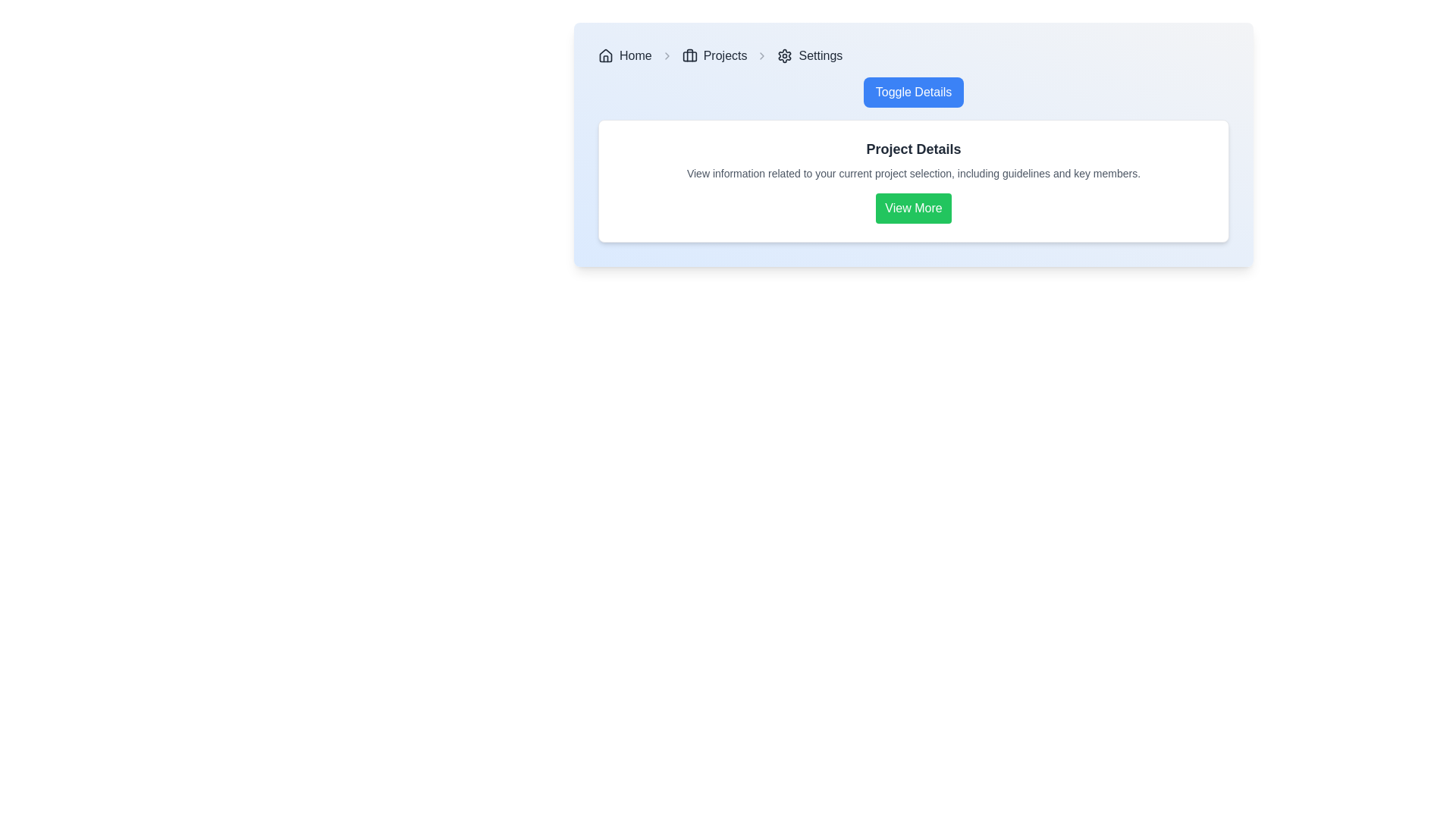 Image resolution: width=1456 pixels, height=819 pixels. Describe the element at coordinates (912, 180) in the screenshot. I see `the 'View More' button in the Project Details card to focus it for interaction` at that location.